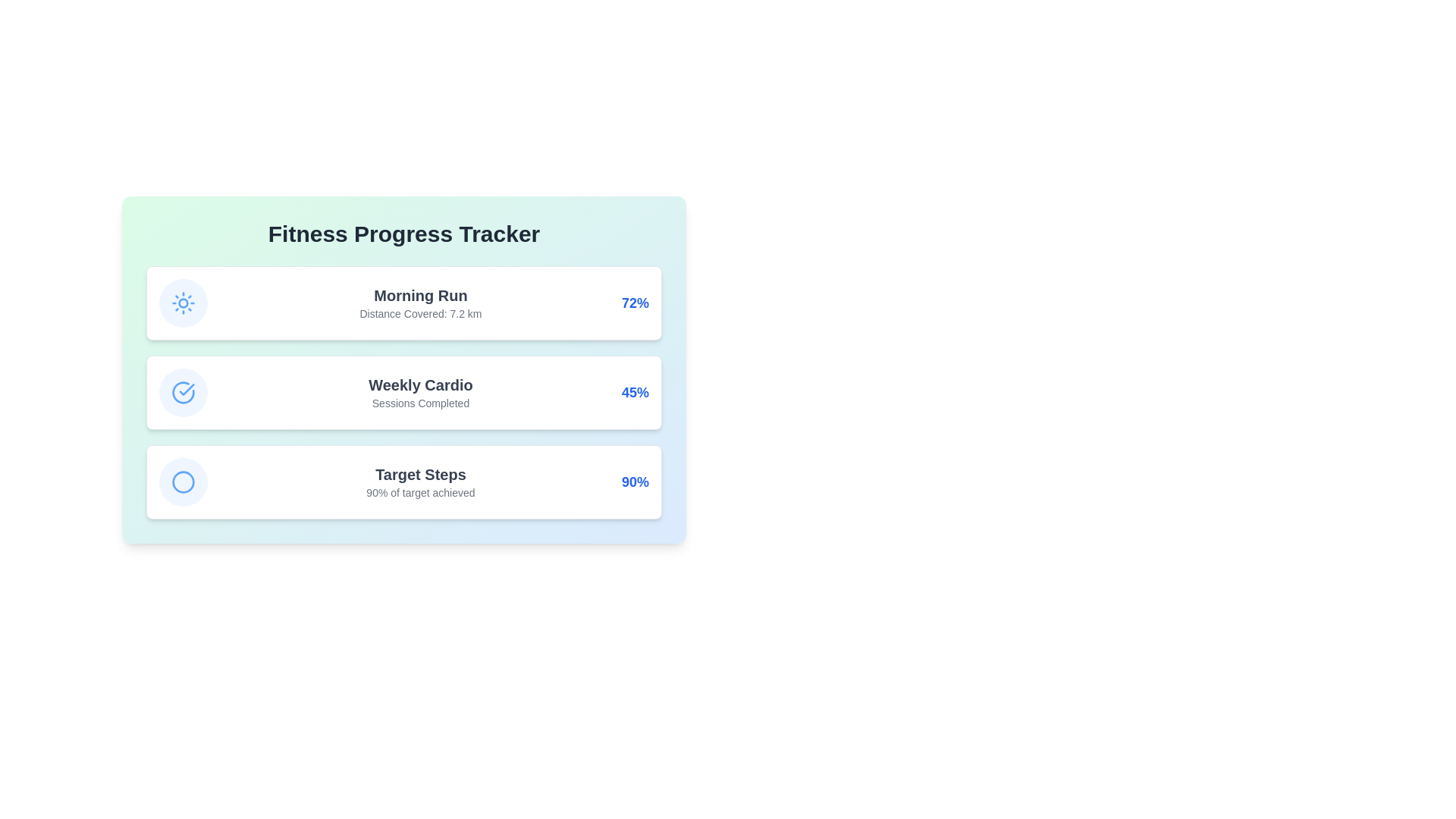 The image size is (1456, 819). I want to click on the text block that summarizes progress related to step targets, located in the middle of the right-hand side of the body, third in the vertical stack of similar elements, so click(421, 482).